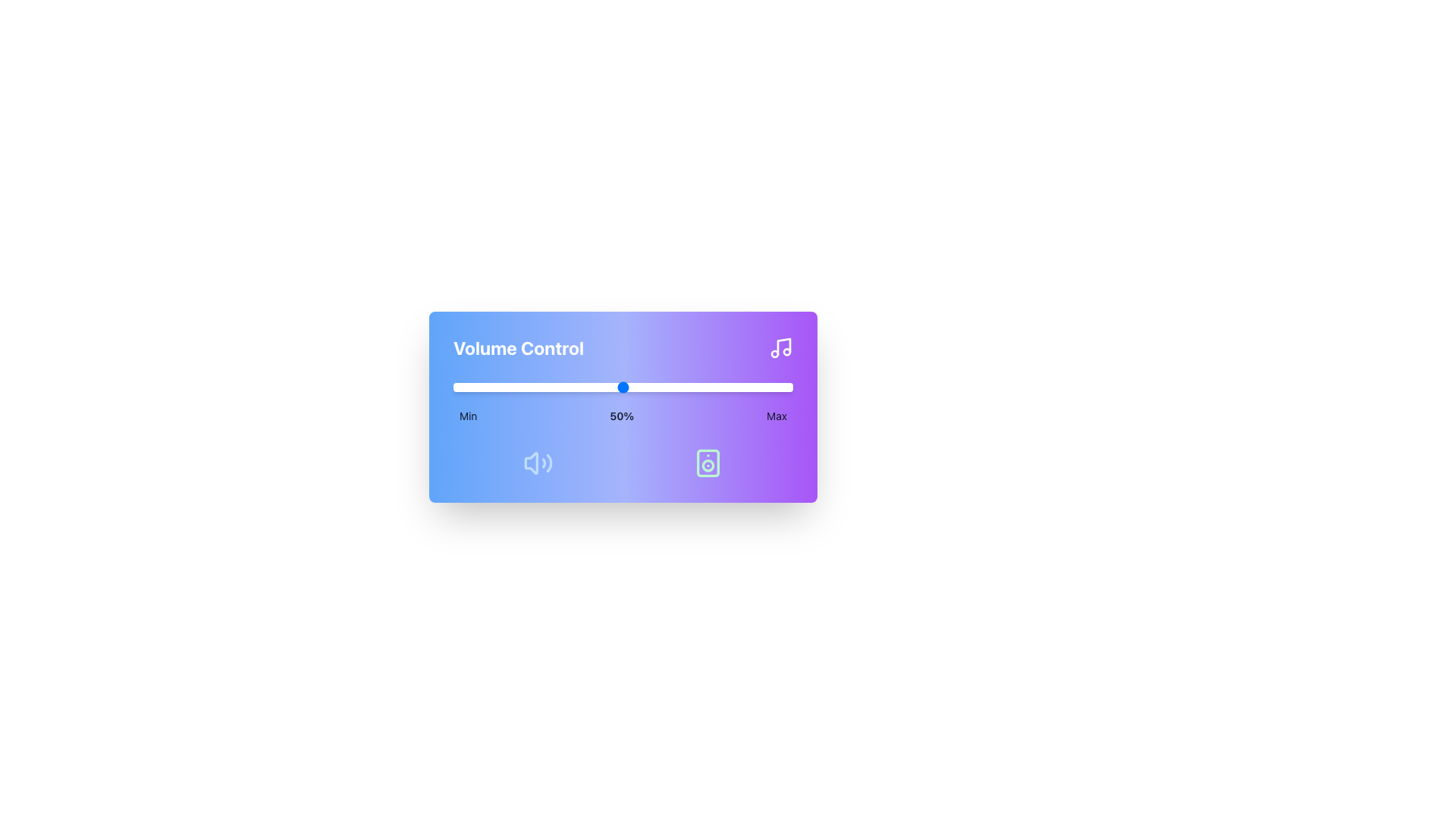 Image resolution: width=1456 pixels, height=819 pixels. I want to click on the slider, so click(500, 386).